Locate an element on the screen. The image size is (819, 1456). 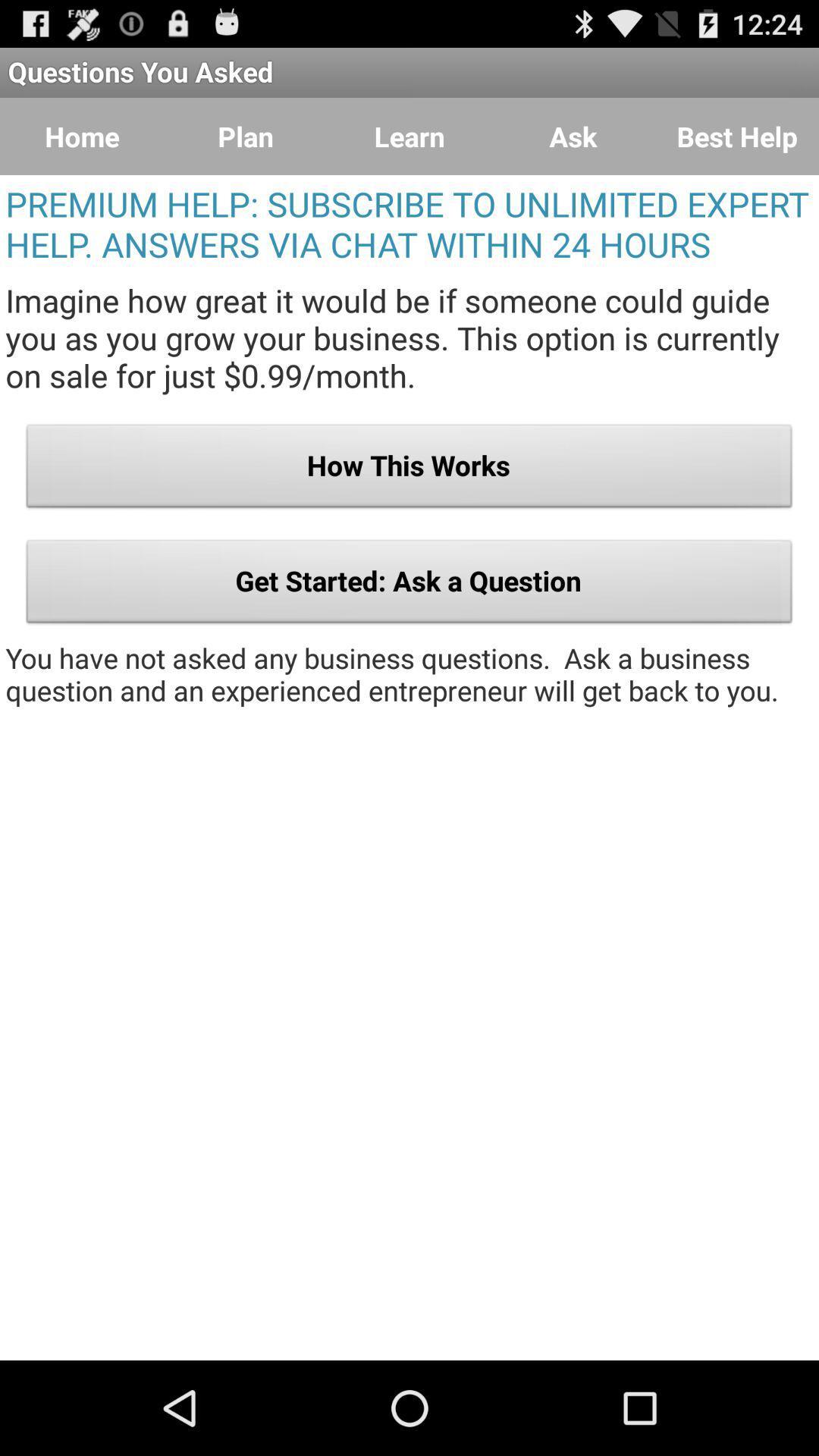
button next to plan button is located at coordinates (82, 136).